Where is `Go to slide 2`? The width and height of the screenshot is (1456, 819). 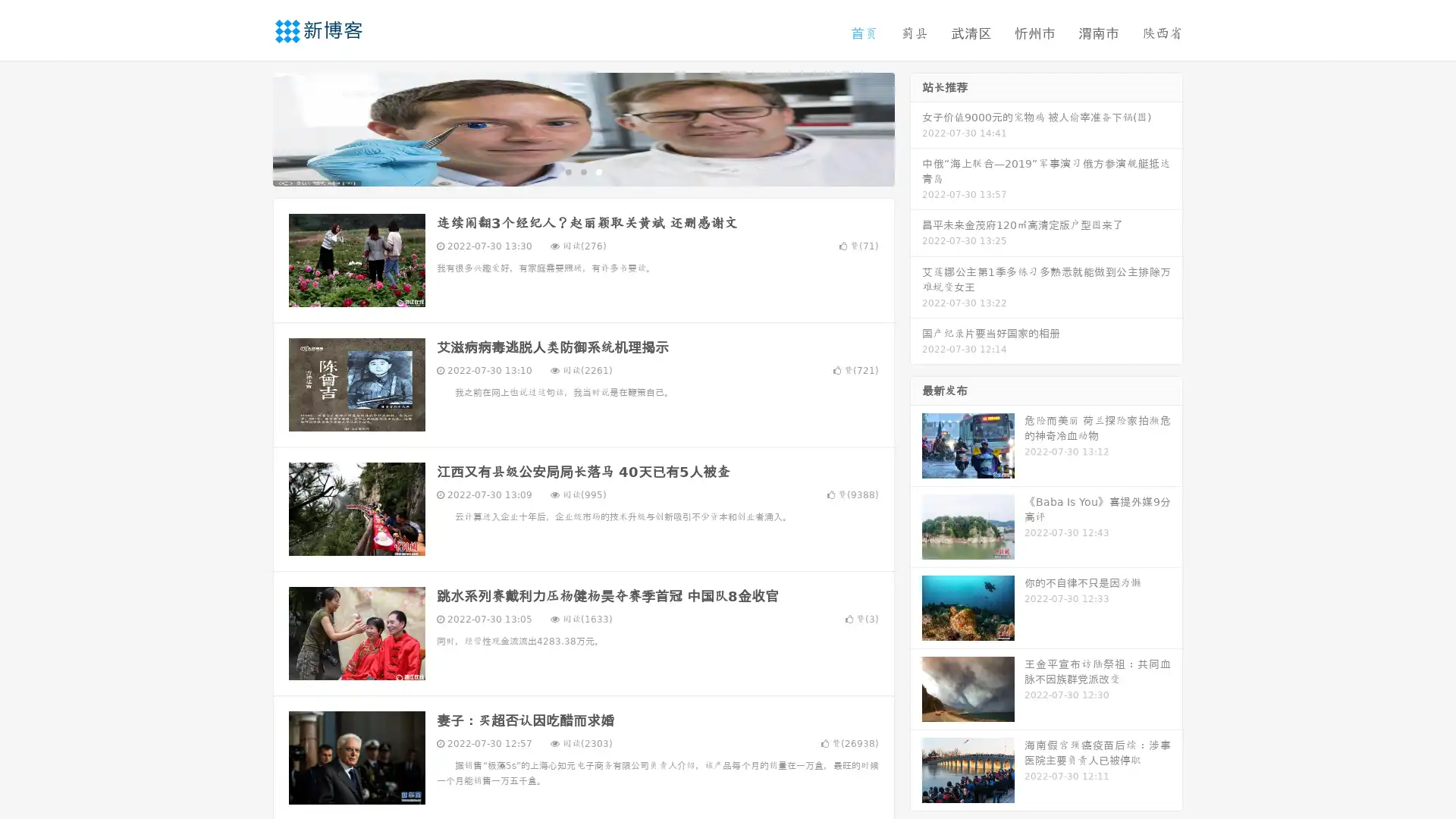 Go to slide 2 is located at coordinates (582, 171).